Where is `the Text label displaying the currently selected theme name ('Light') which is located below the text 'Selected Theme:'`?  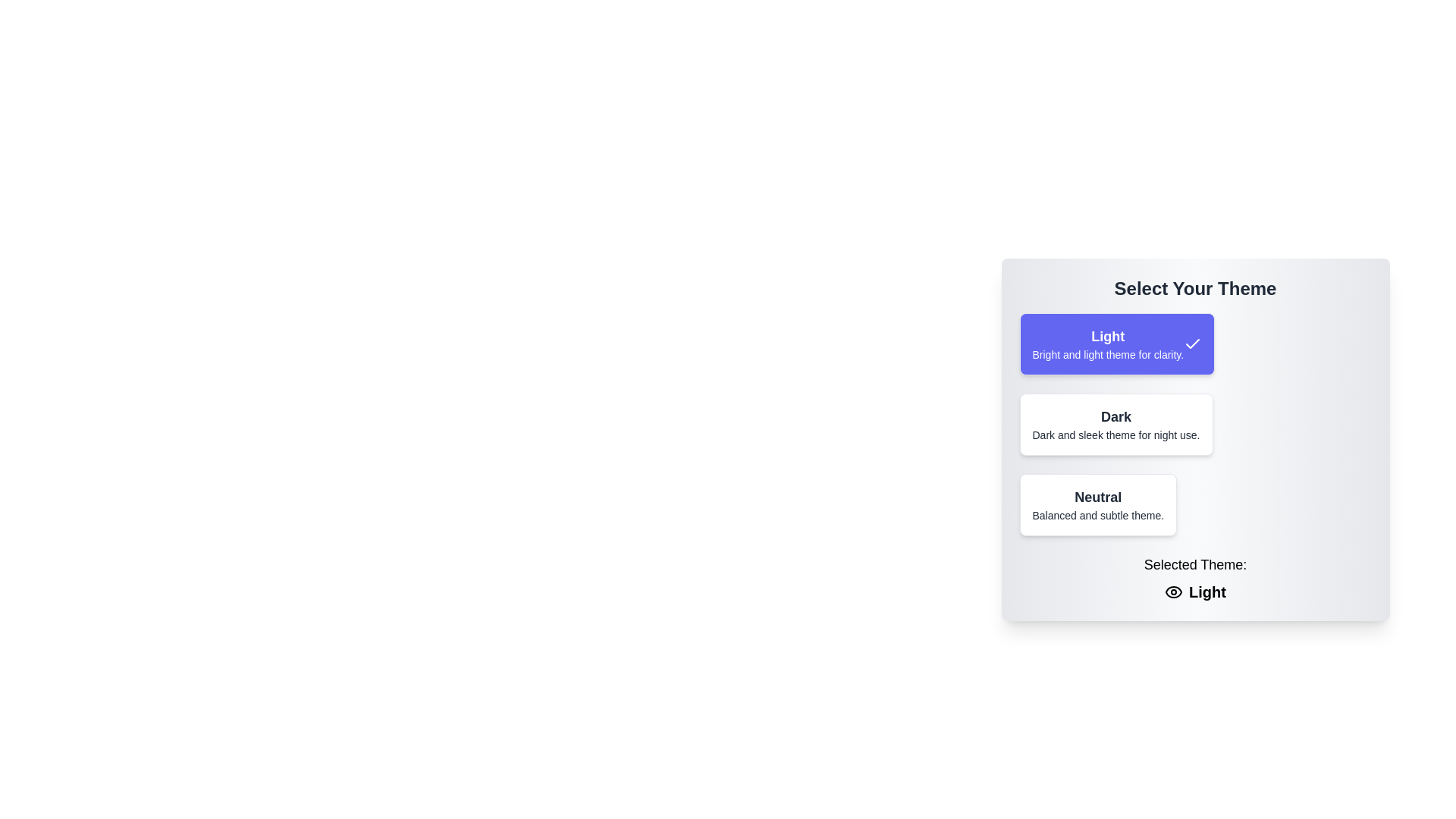 the Text label displaying the currently selected theme name ('Light') which is located below the text 'Selected Theme:' is located at coordinates (1194, 591).